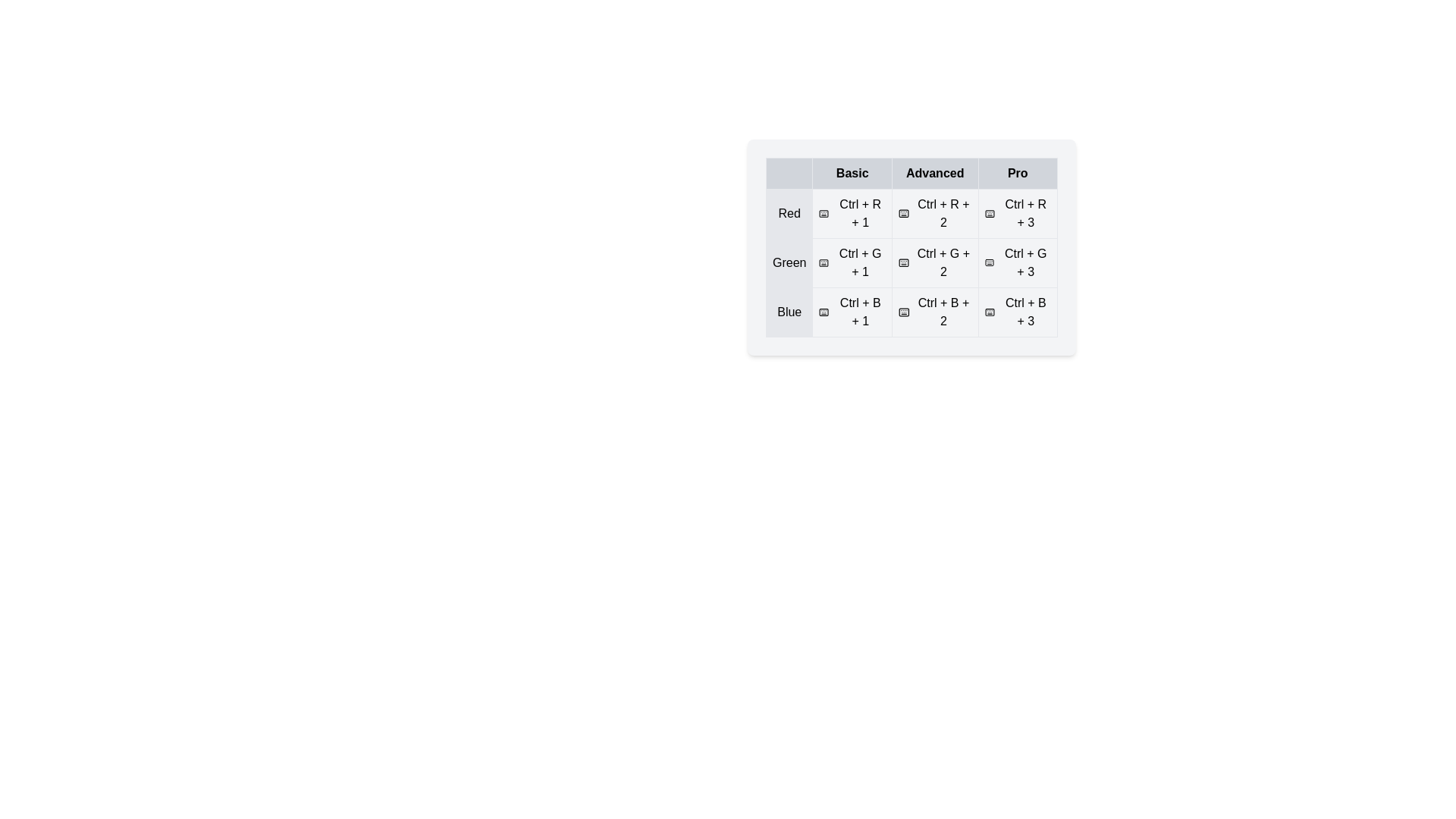  I want to click on the Label with the text 'Ctrl + B + 1' and keyboard icon, located in the third row and first column of the grid displaying keyboard shortcuts, so click(852, 312).